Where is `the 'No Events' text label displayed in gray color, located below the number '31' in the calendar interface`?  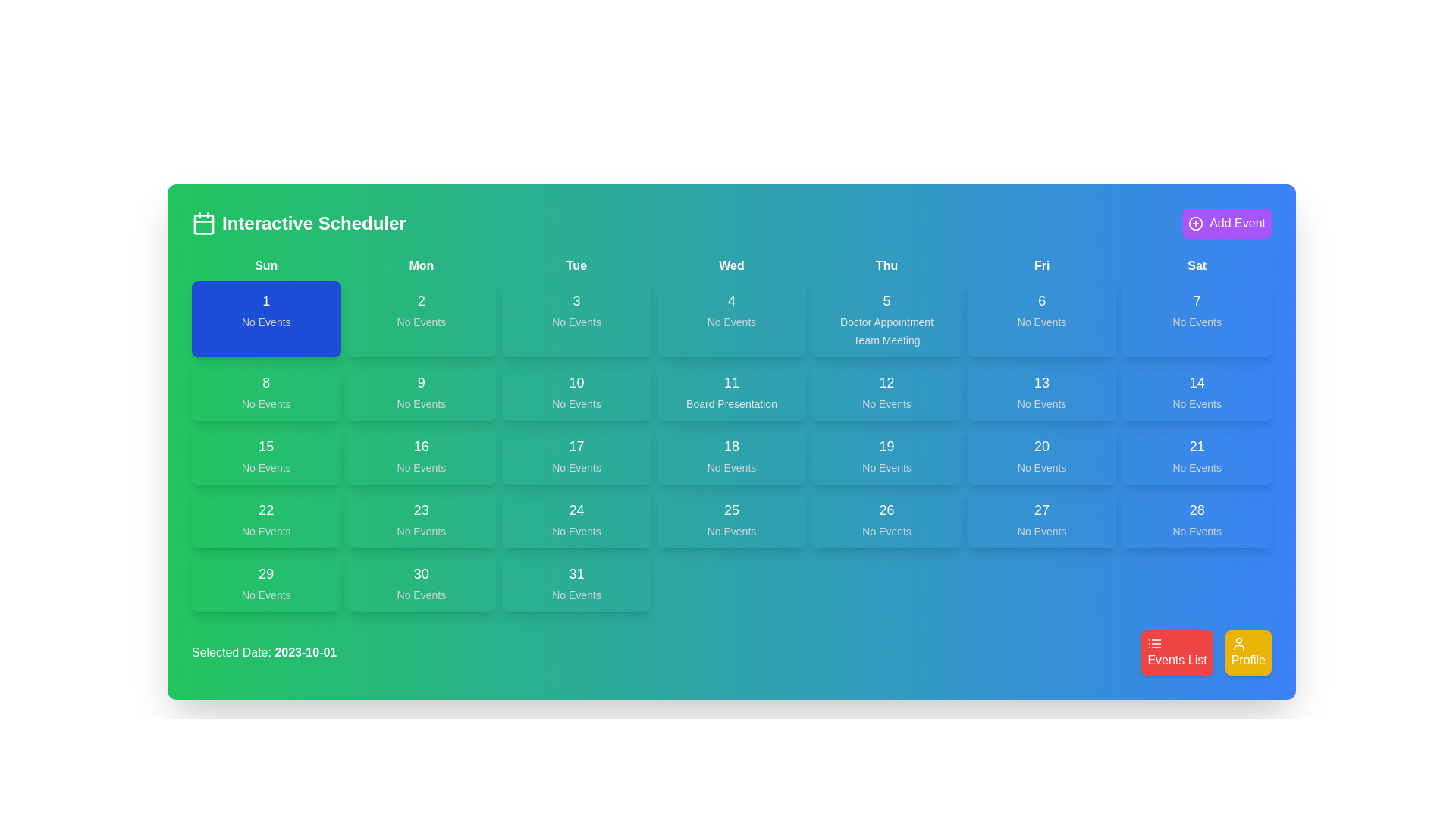
the 'No Events' text label displayed in gray color, located below the number '31' in the calendar interface is located at coordinates (576, 595).